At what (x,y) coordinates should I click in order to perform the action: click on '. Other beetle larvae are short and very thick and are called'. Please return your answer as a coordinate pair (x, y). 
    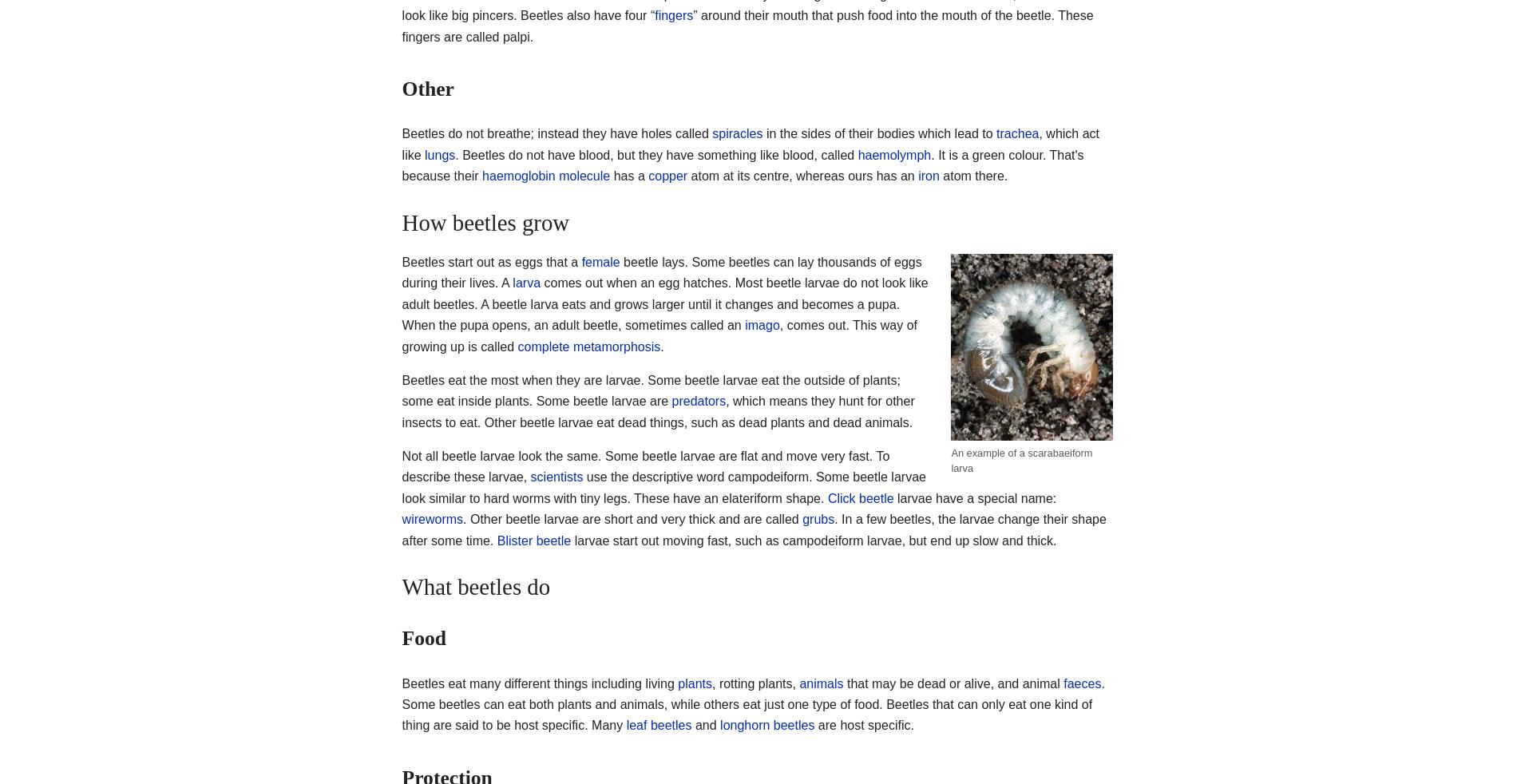
    Looking at the image, I should click on (632, 518).